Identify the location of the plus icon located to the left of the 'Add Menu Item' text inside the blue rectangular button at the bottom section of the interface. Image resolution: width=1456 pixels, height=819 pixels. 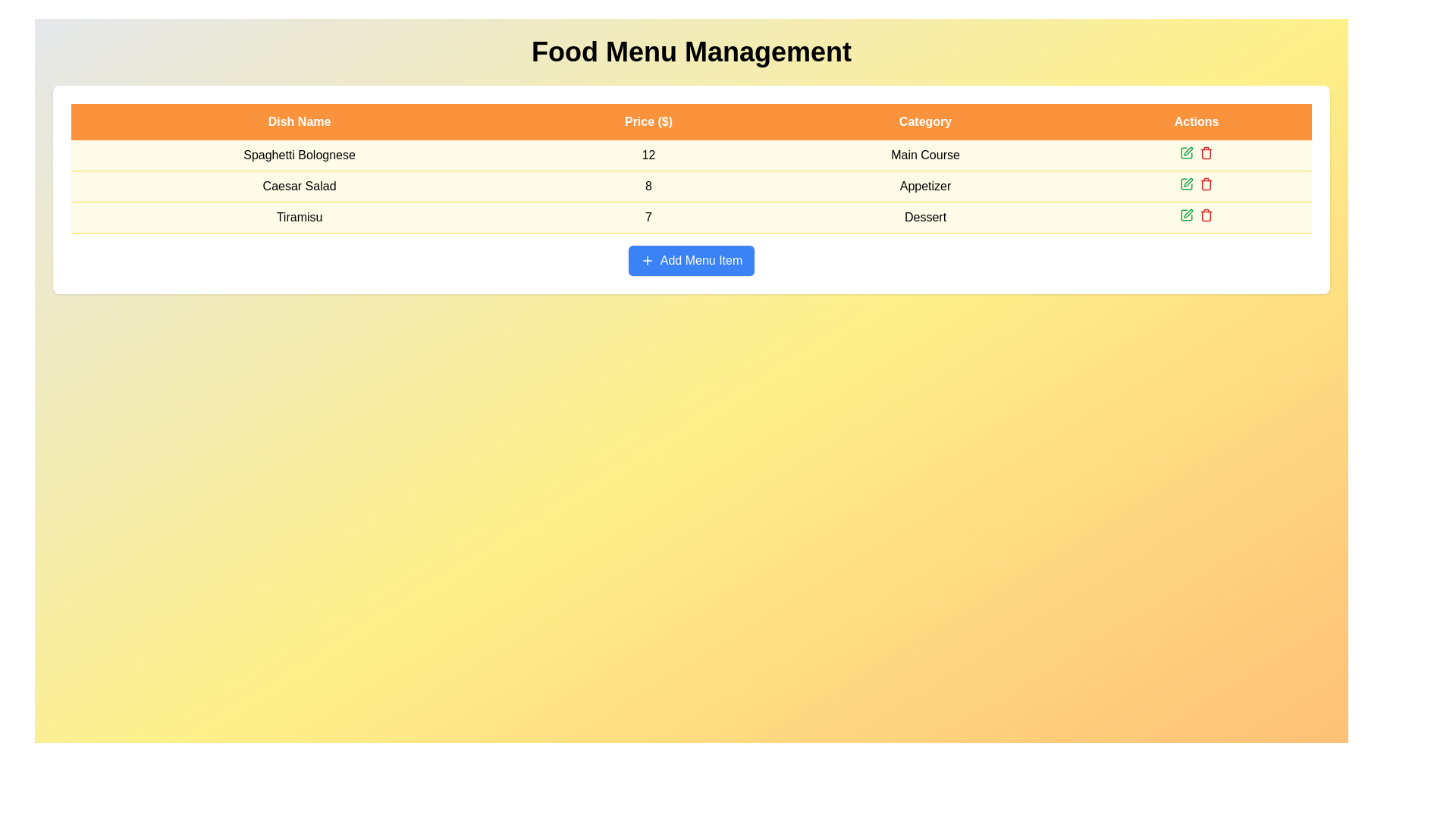
(647, 259).